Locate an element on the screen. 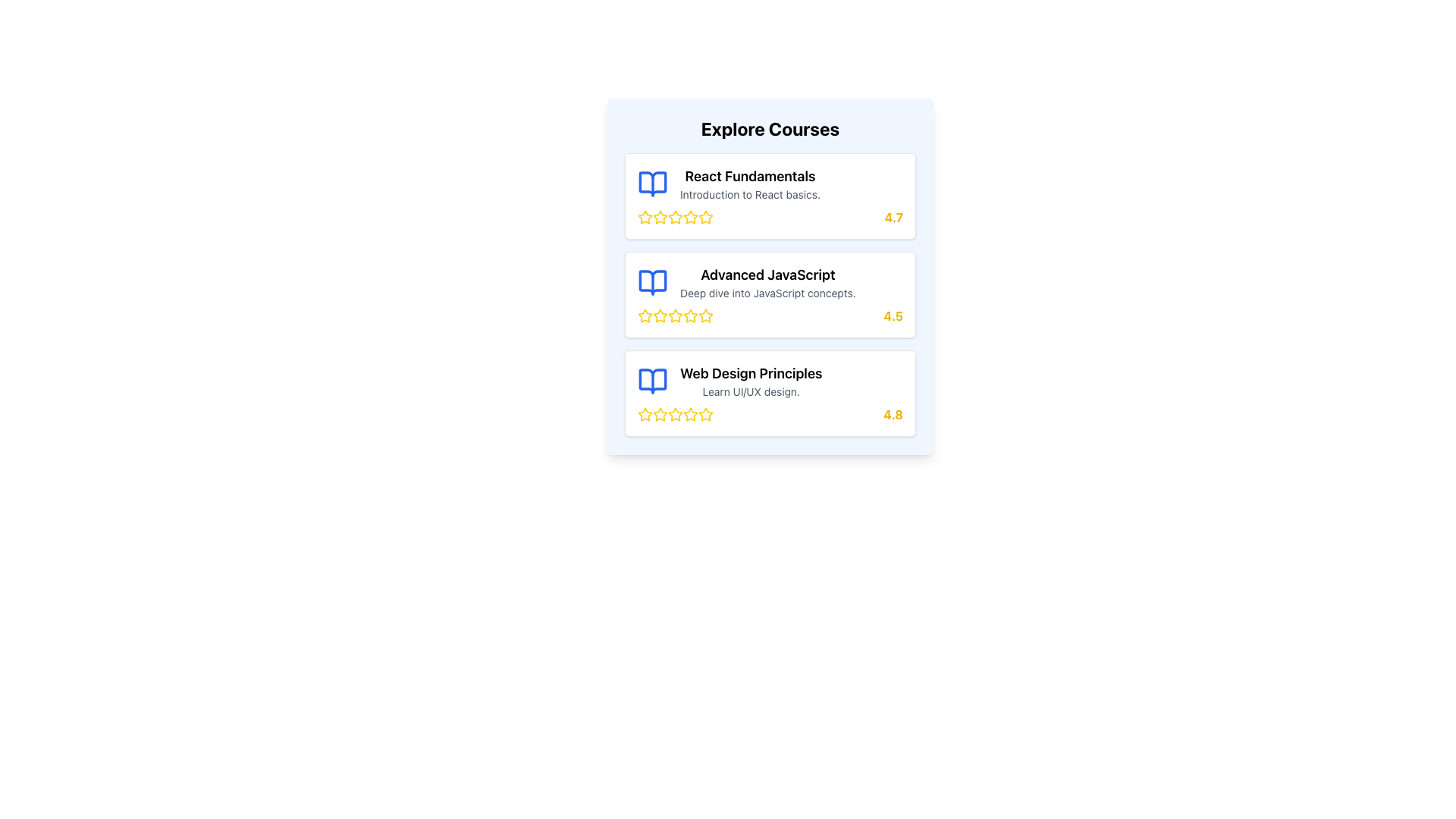 This screenshot has height=819, width=1456. the subtitle text for the course 'Advanced JavaScript', located directly below the course title within the second entry of the 'Explore Courses' list is located at coordinates (767, 293).